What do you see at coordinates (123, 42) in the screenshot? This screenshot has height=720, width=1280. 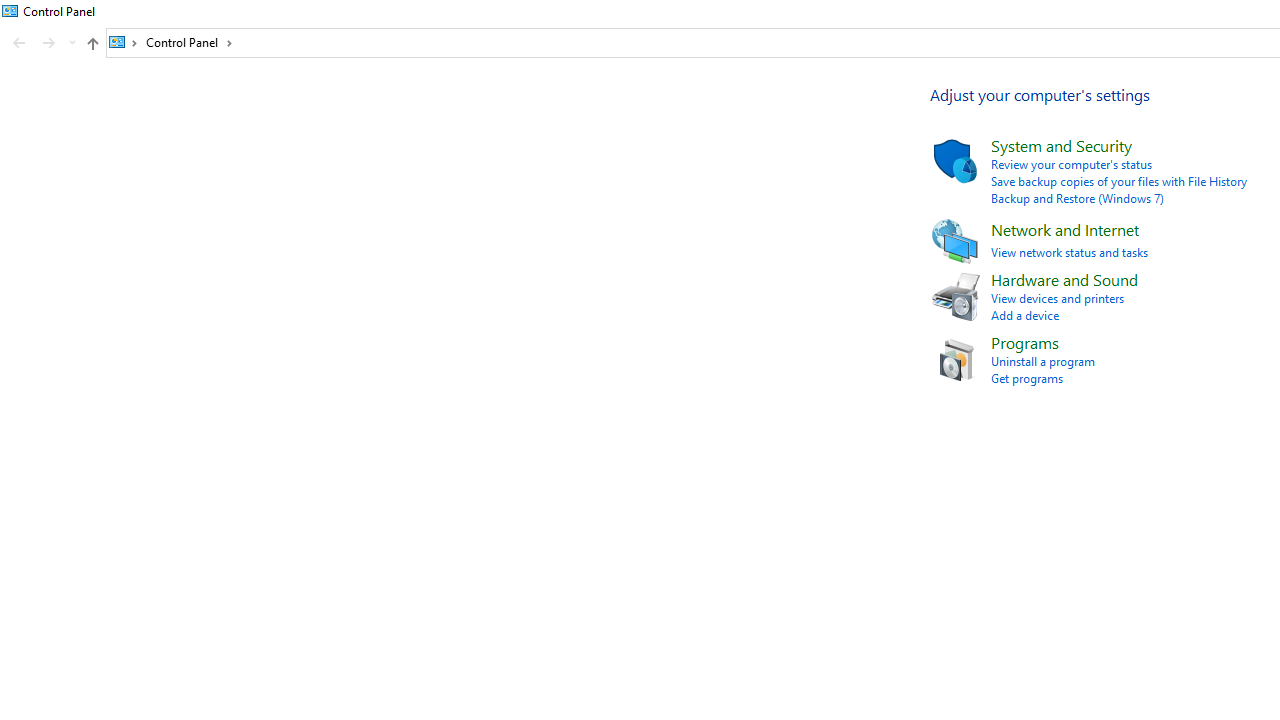 I see `'All locations'` at bounding box center [123, 42].